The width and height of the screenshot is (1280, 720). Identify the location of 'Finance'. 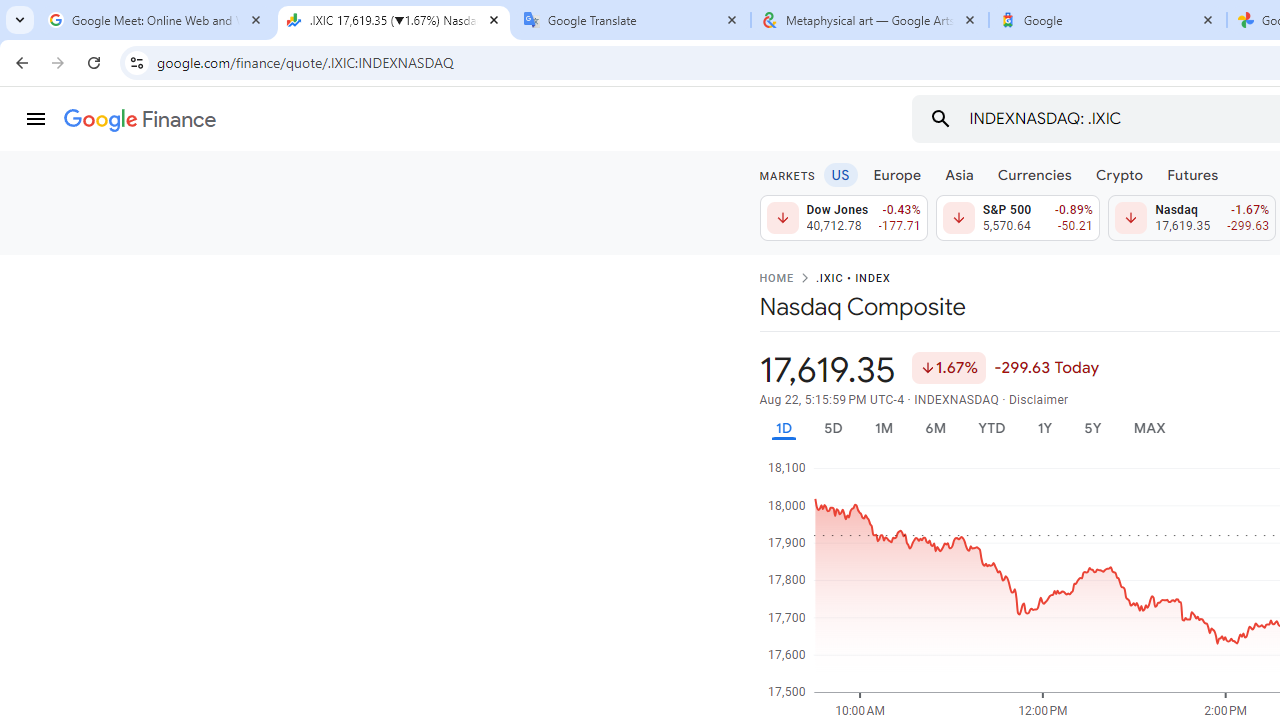
(139, 120).